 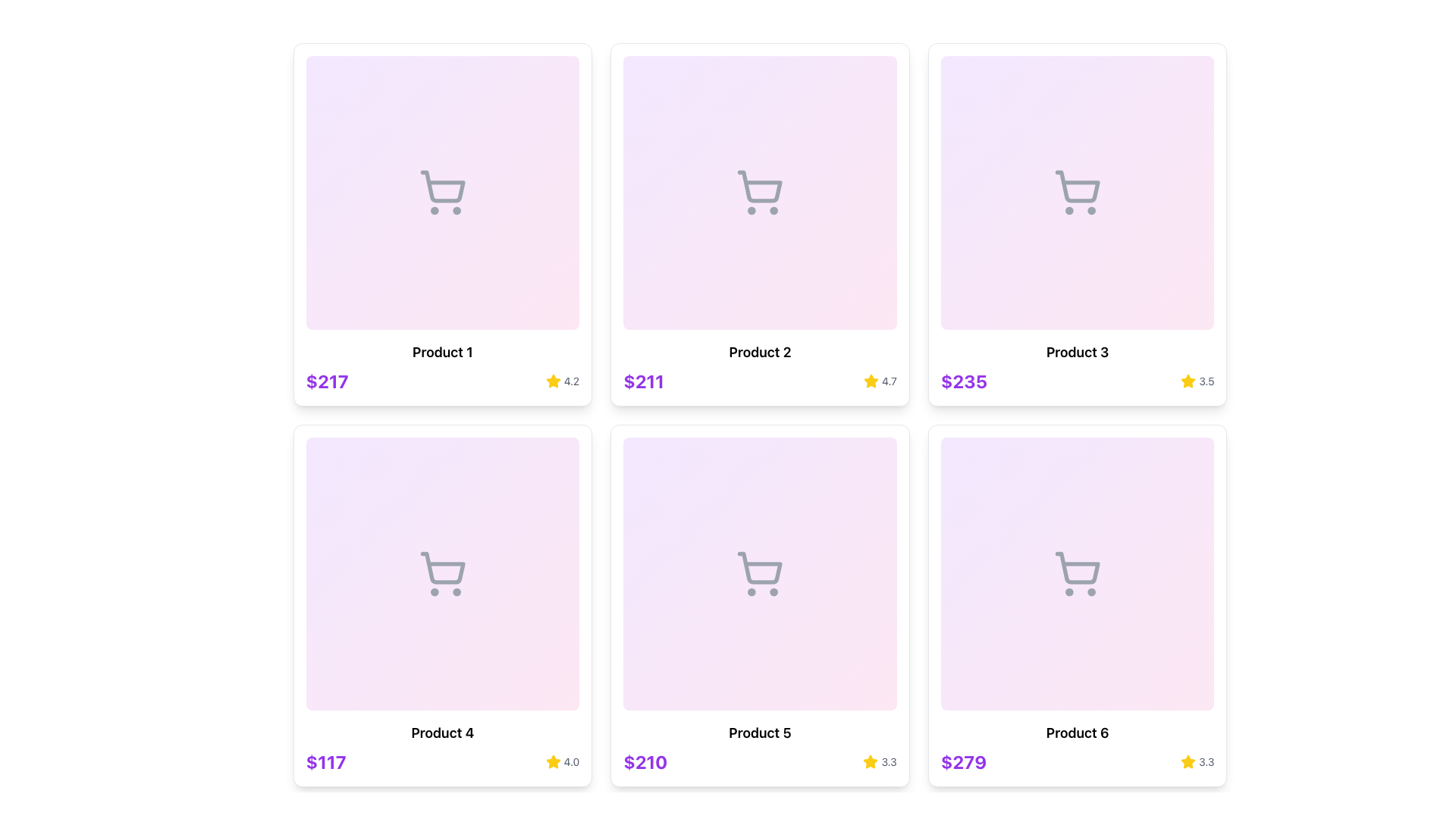 What do you see at coordinates (441, 762) in the screenshot?
I see `the price and rating display area of Product 4, which shows a price of $117 in bold purple font and a rating of 4.0 represented by a yellow star, to interact with the product card` at bounding box center [441, 762].